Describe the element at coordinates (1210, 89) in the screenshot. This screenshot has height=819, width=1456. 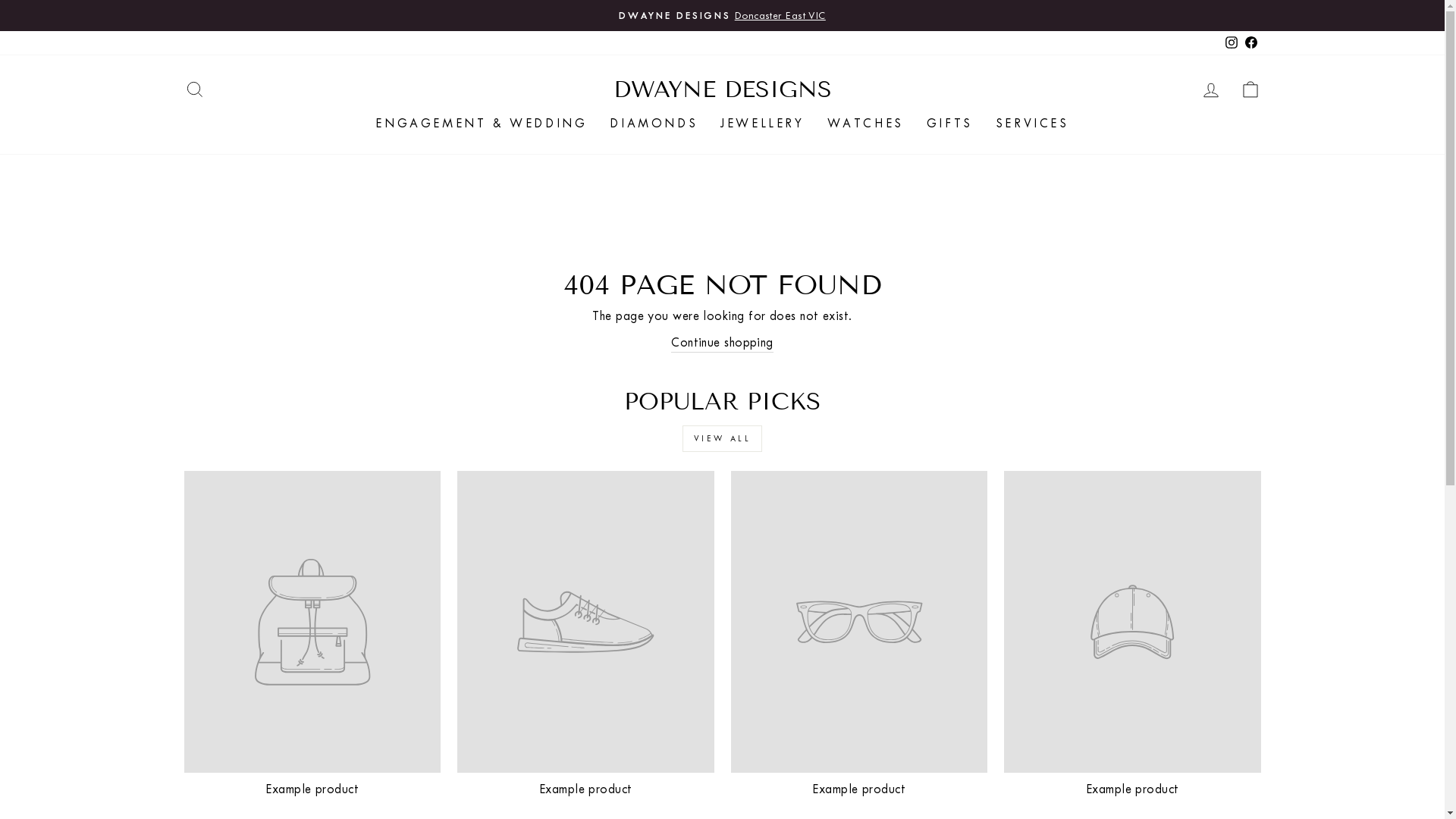
I see `'LOG IN'` at that location.